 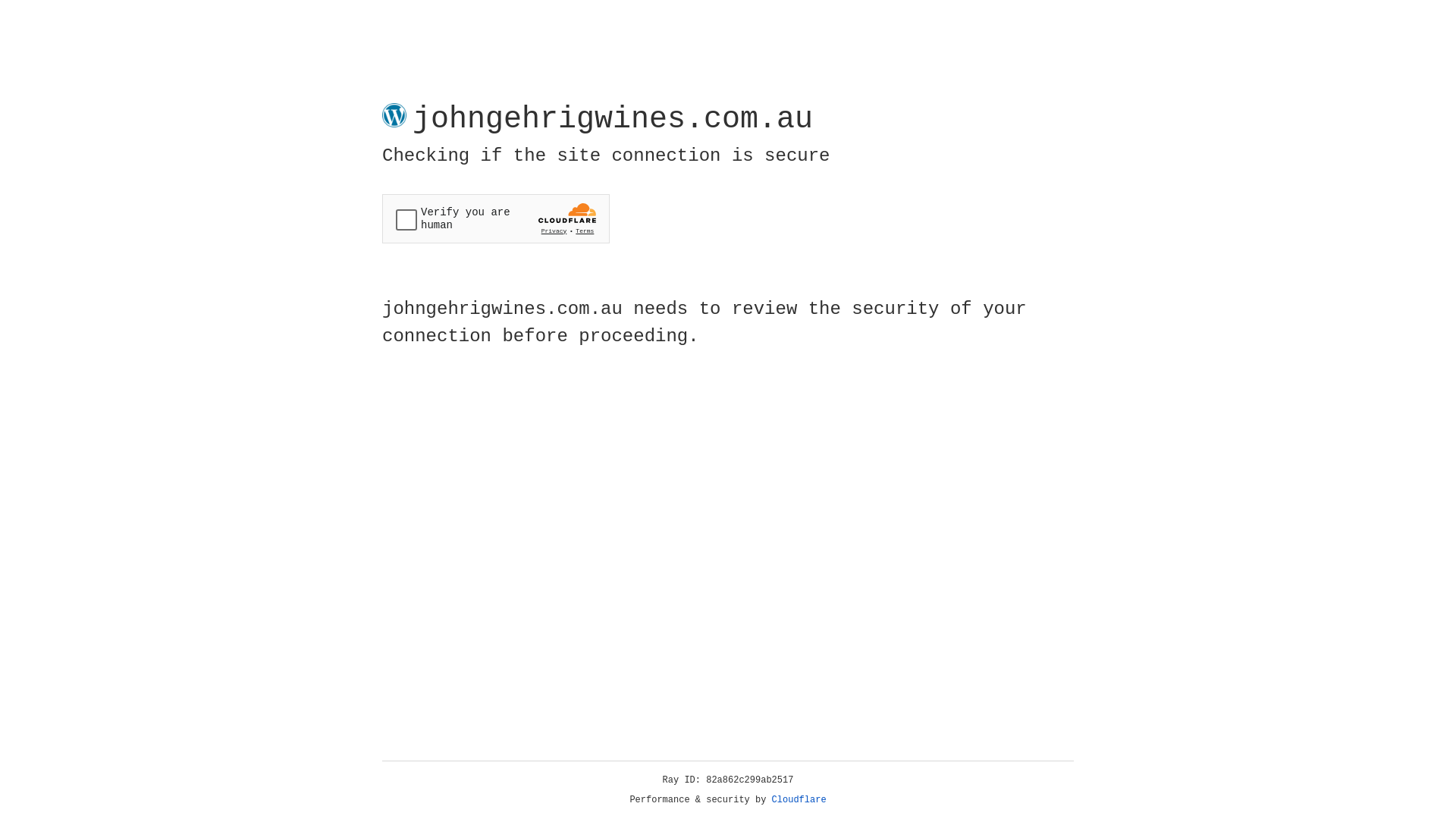 I want to click on 'Cloudflare', so click(x=771, y=799).